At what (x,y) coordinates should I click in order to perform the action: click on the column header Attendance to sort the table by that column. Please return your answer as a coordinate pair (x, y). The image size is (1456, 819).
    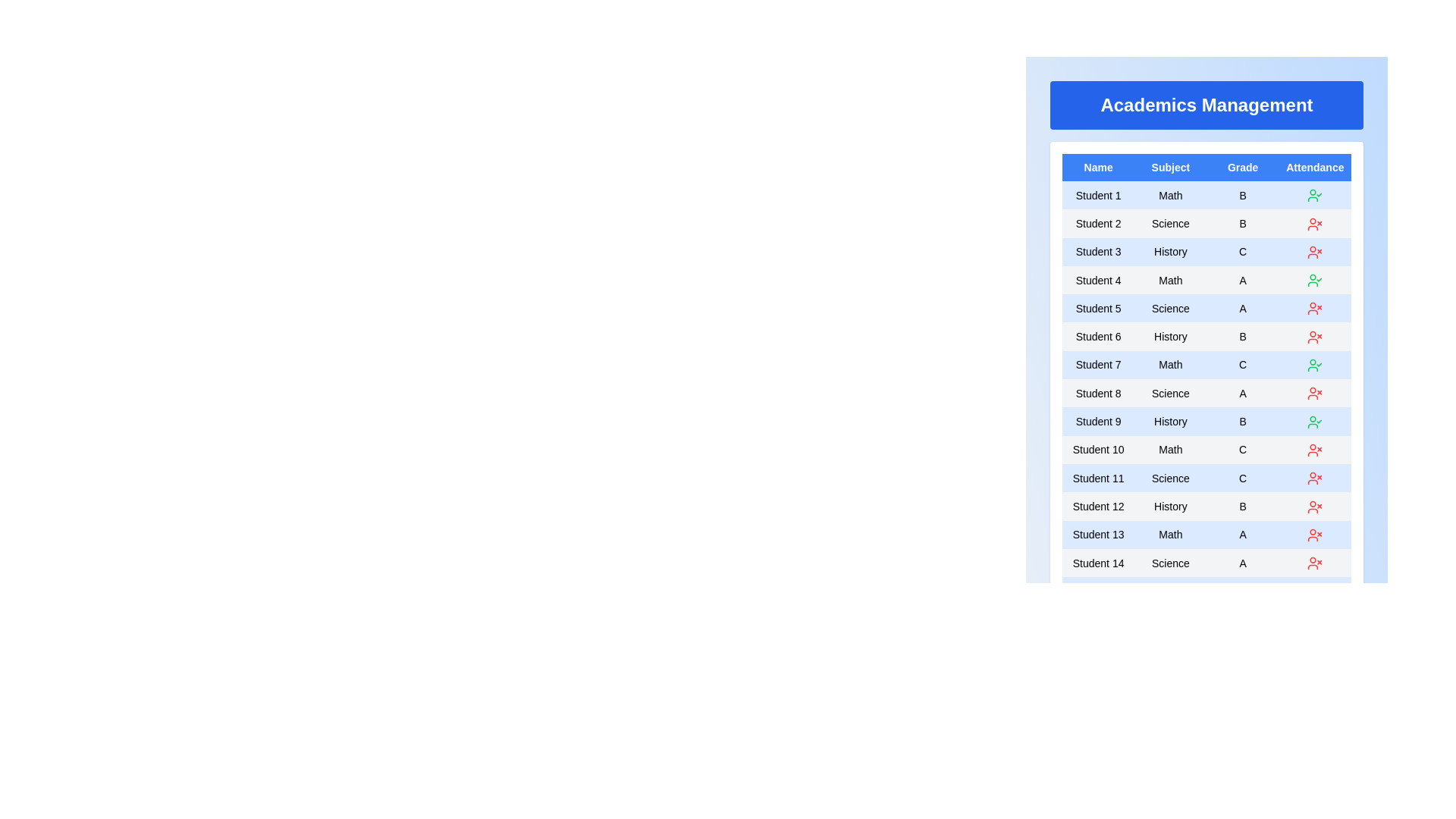
    Looking at the image, I should click on (1314, 167).